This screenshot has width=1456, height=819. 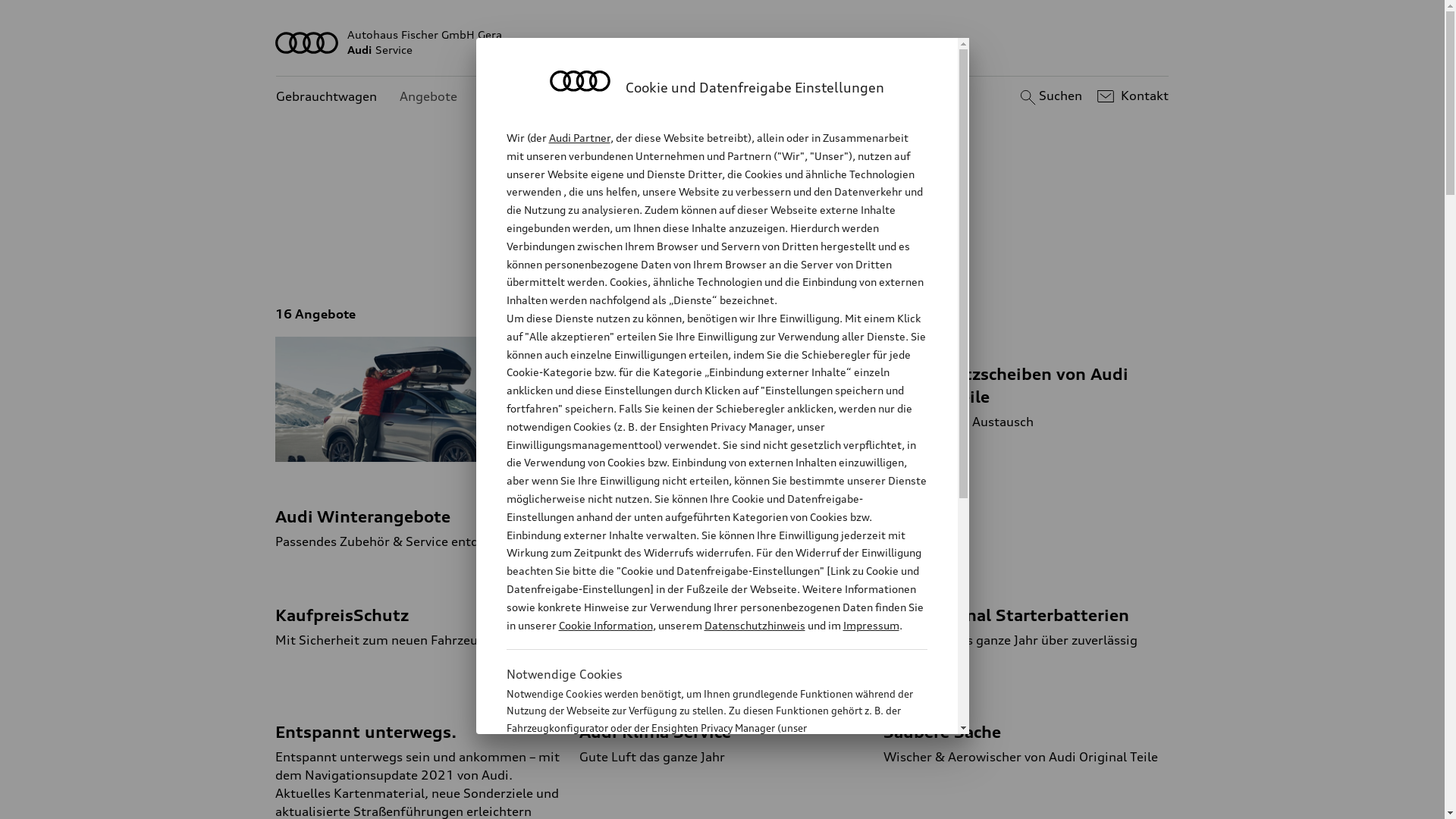 I want to click on 'Impressum', so click(x=843, y=625).